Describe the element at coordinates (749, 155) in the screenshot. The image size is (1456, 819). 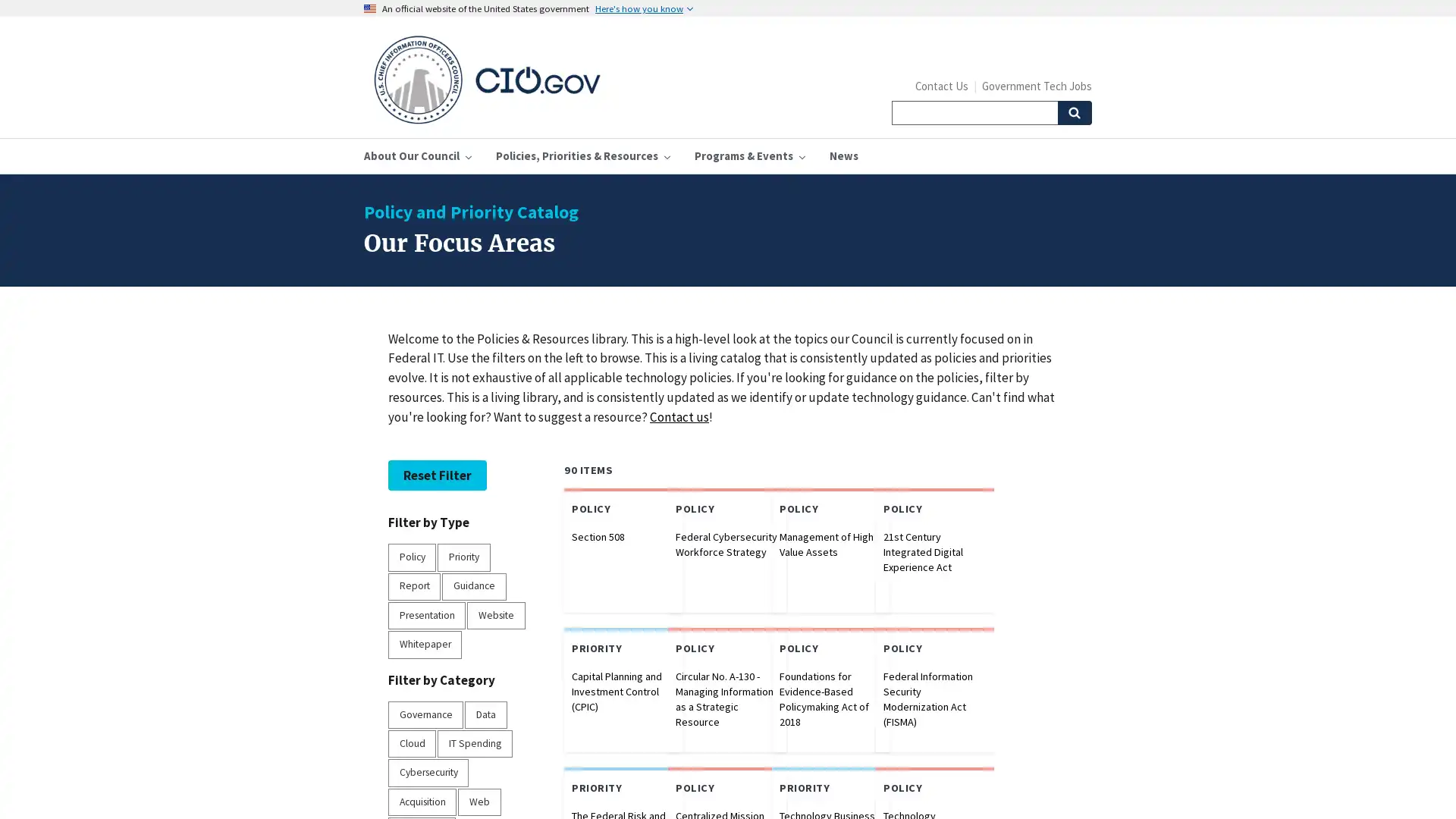
I see `Programs & Events` at that location.